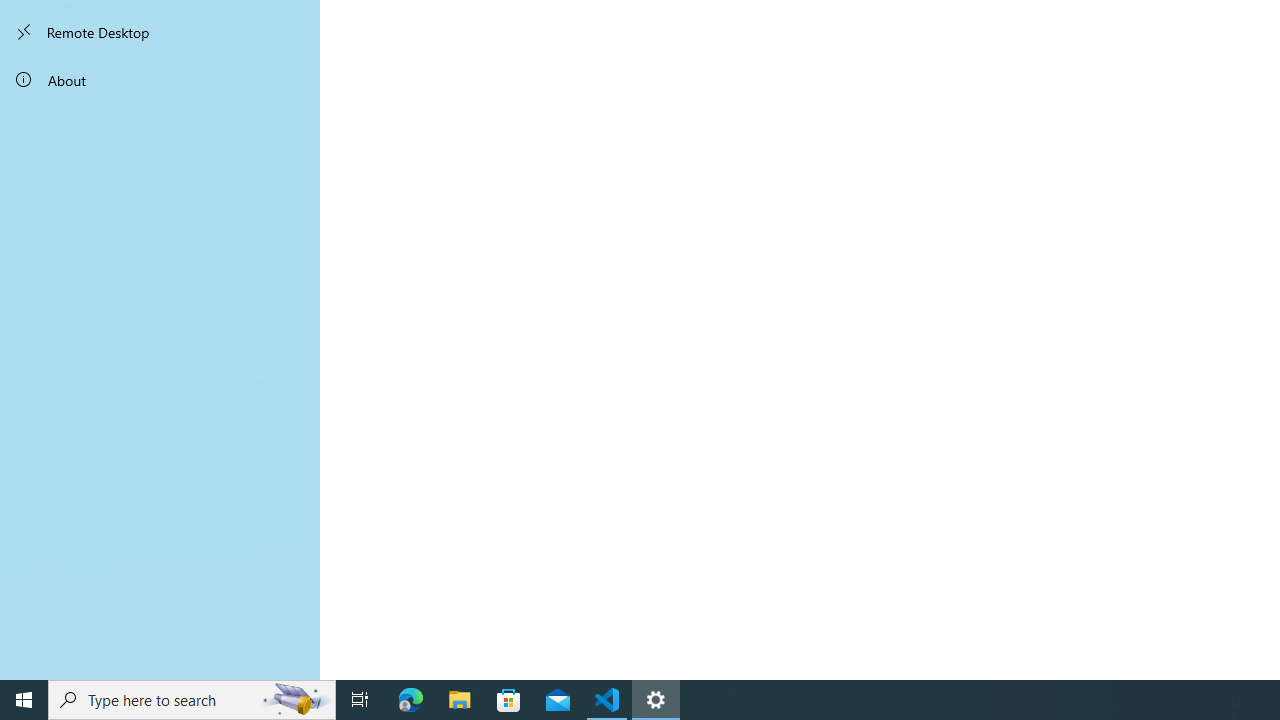  Describe the element at coordinates (192, 698) in the screenshot. I see `'Type here to search'` at that location.